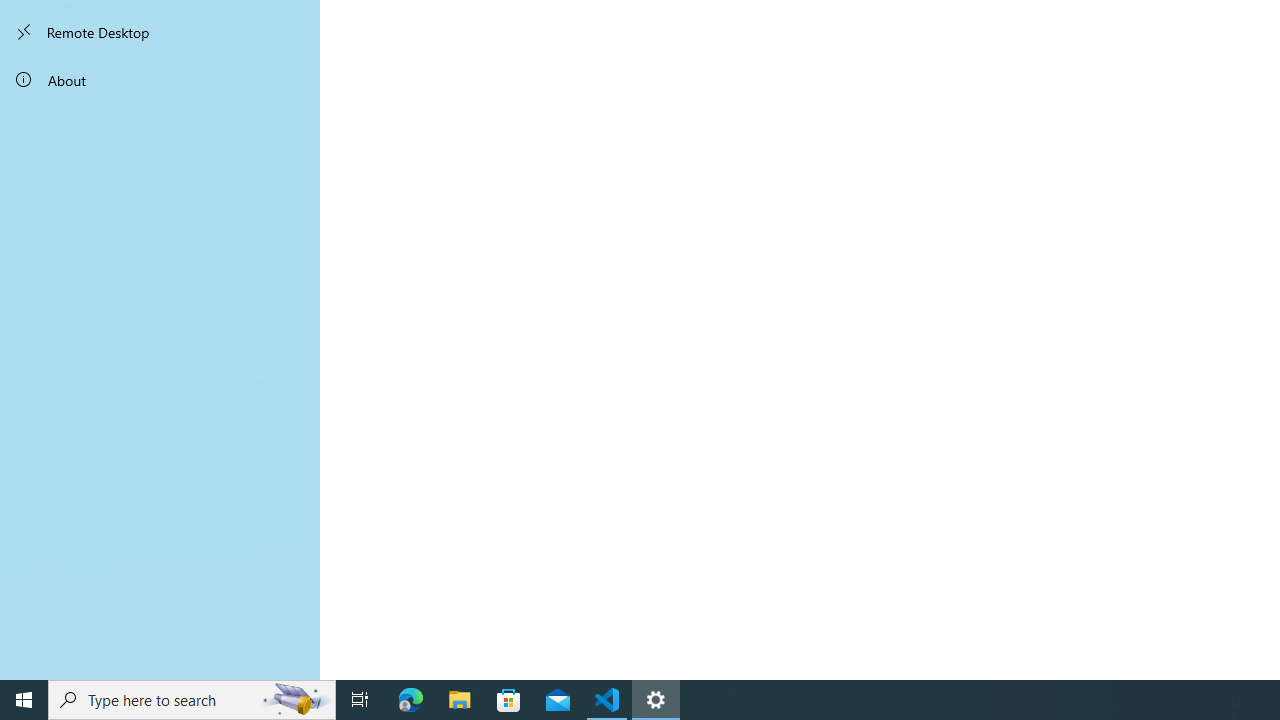  Describe the element at coordinates (192, 698) in the screenshot. I see `'Type here to search'` at that location.